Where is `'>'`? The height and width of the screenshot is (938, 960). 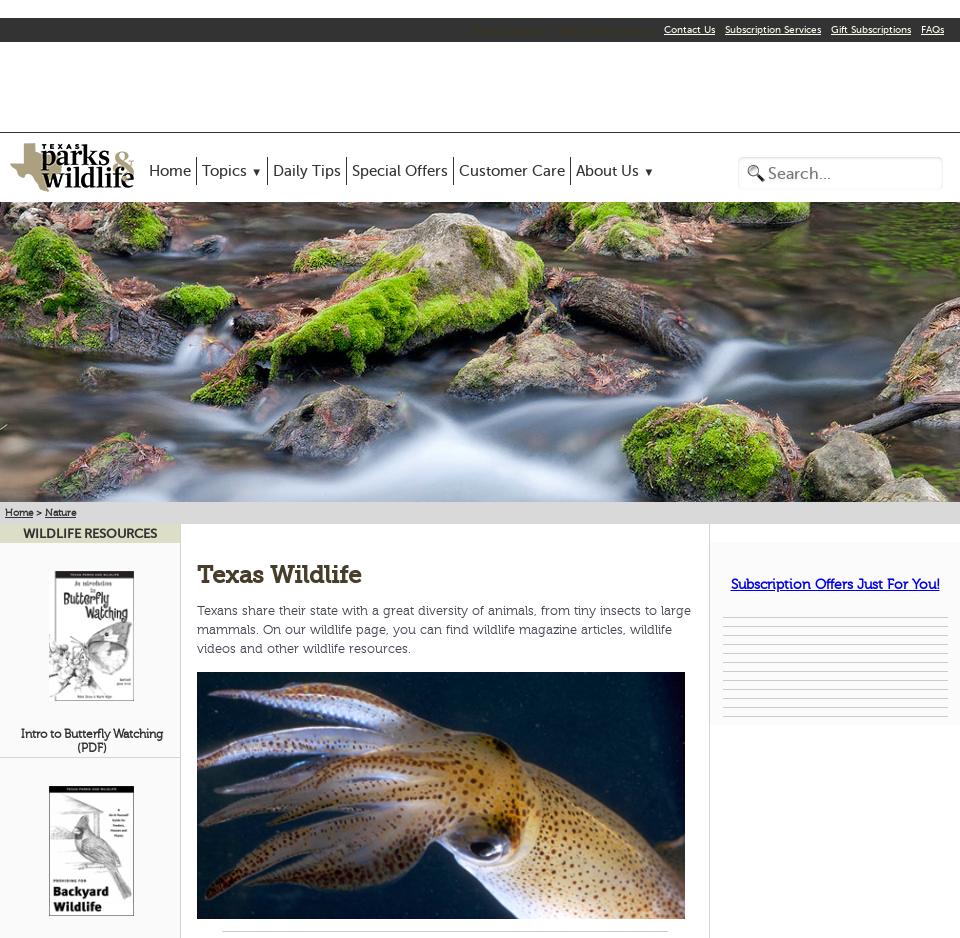
'>' is located at coordinates (37, 511).